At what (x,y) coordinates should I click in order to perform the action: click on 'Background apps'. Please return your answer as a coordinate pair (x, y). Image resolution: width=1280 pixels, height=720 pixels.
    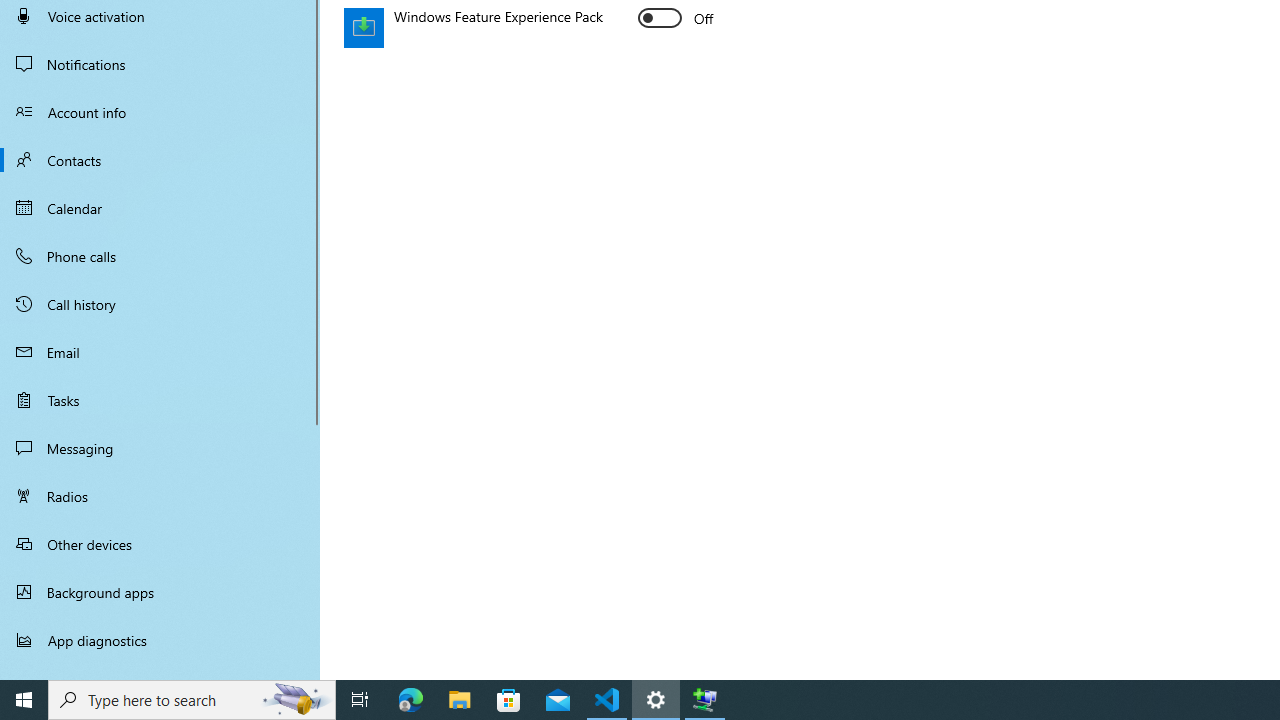
    Looking at the image, I should click on (160, 591).